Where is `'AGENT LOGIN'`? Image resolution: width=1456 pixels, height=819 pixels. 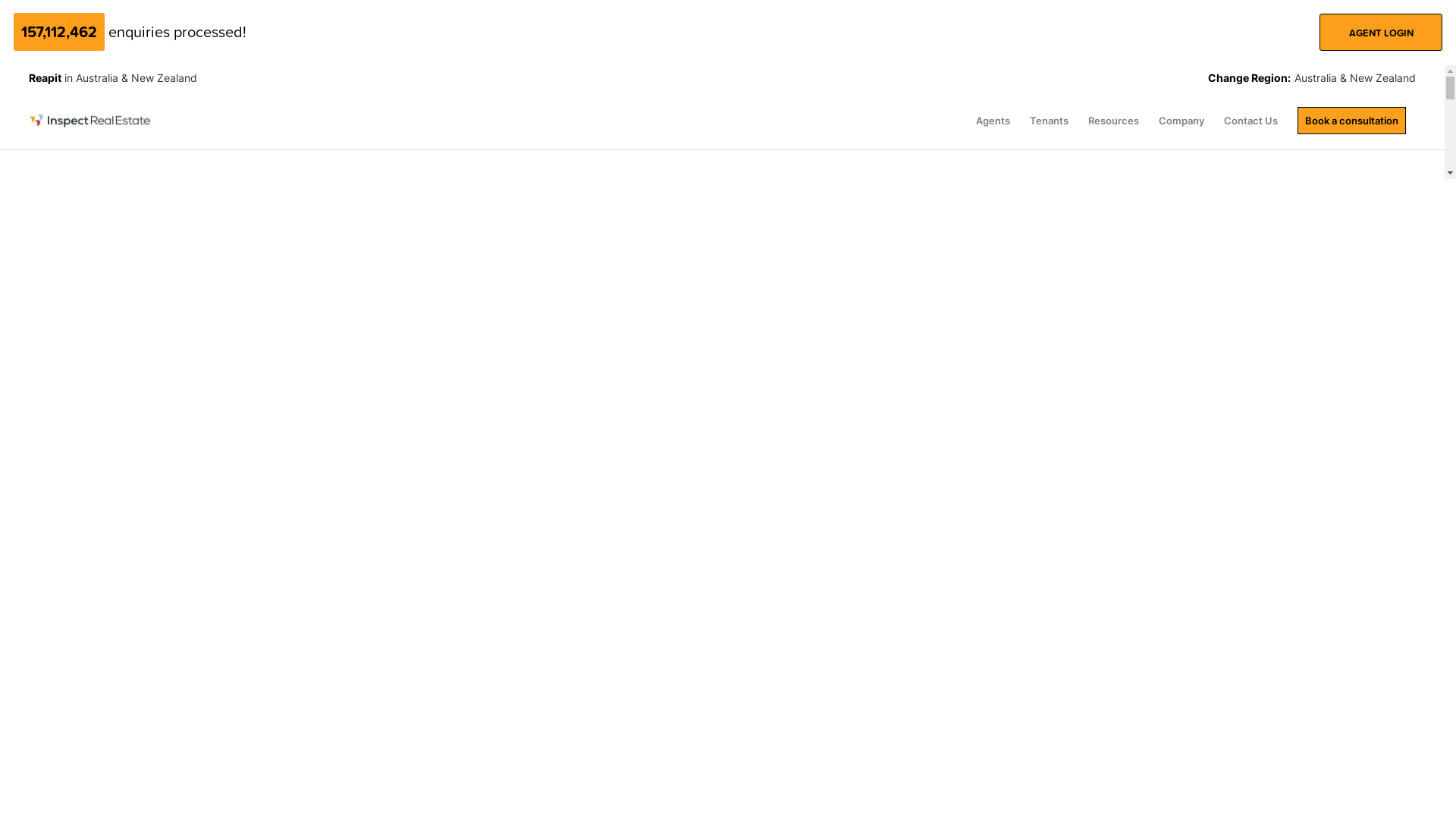
'AGENT LOGIN' is located at coordinates (1318, 32).